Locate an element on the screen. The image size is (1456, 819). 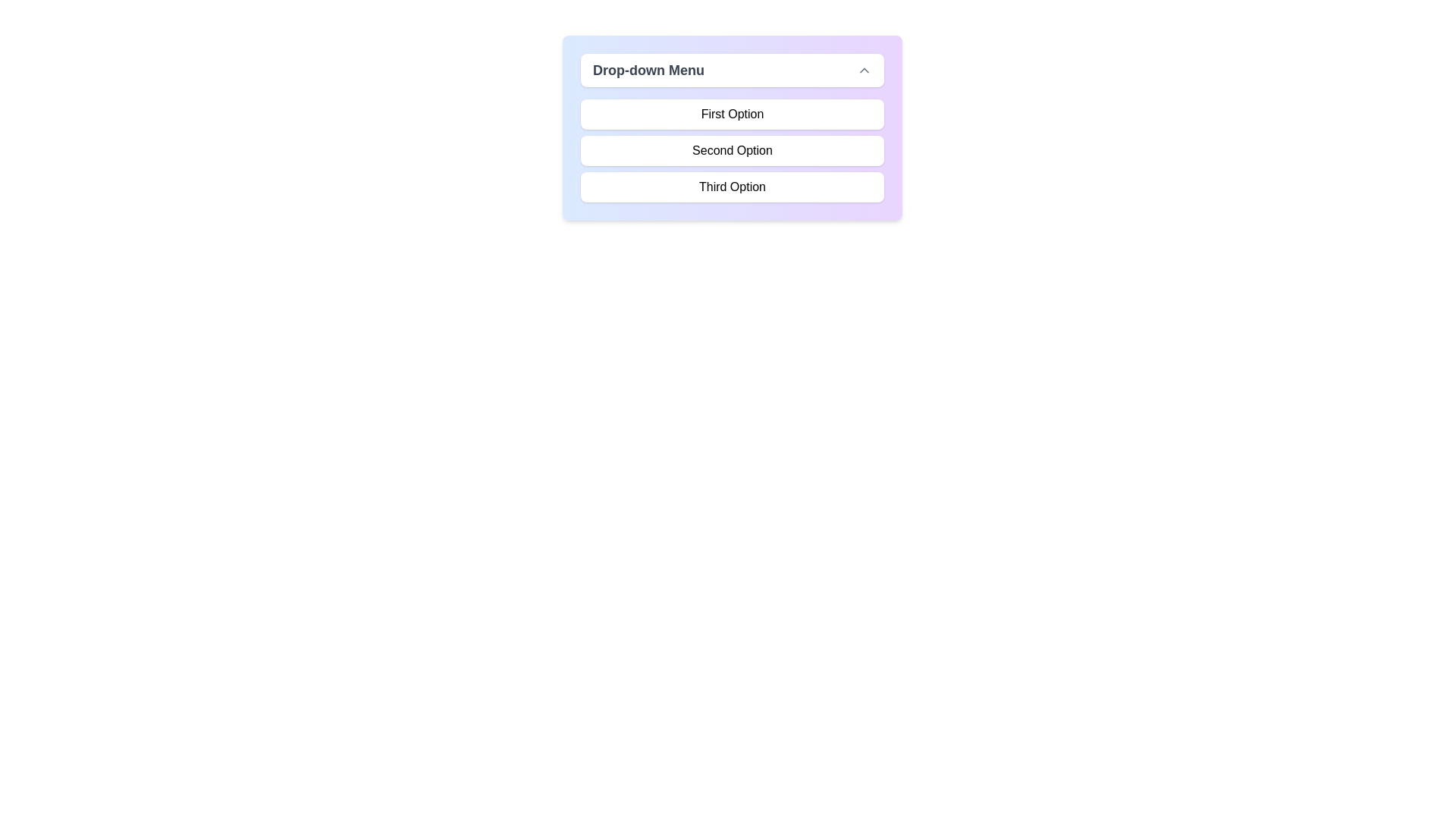
the 'Second Option' in the dropdown list, which is styled with rounded corners and a light background, located under the title 'Drop-down Menu' is located at coordinates (732, 151).